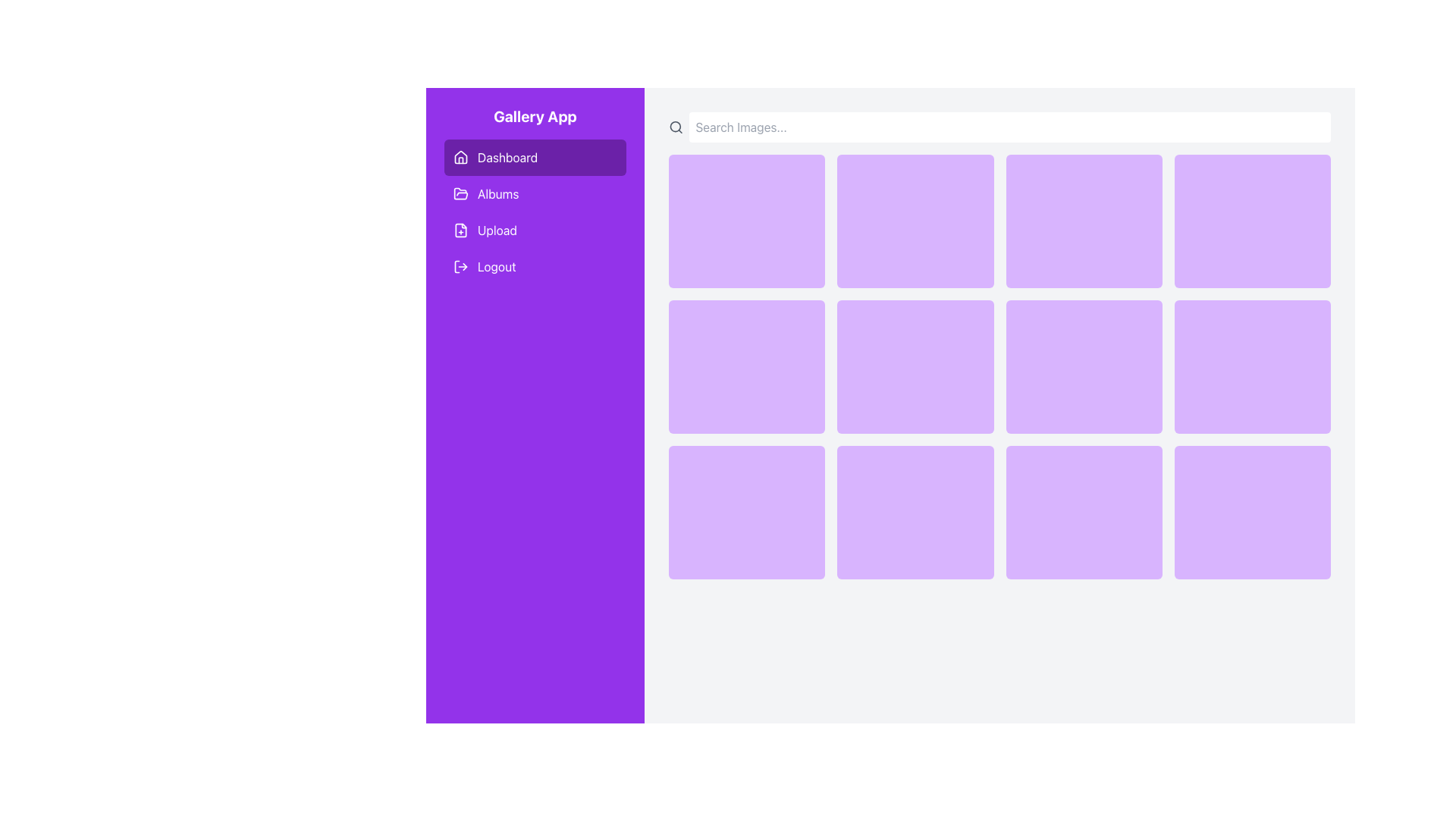 The width and height of the screenshot is (1456, 819). I want to click on the upload button located in the left sidebar, which is the third button in a vertical list, situated between the 'Albums' and 'Logout' buttons, so click(535, 231).